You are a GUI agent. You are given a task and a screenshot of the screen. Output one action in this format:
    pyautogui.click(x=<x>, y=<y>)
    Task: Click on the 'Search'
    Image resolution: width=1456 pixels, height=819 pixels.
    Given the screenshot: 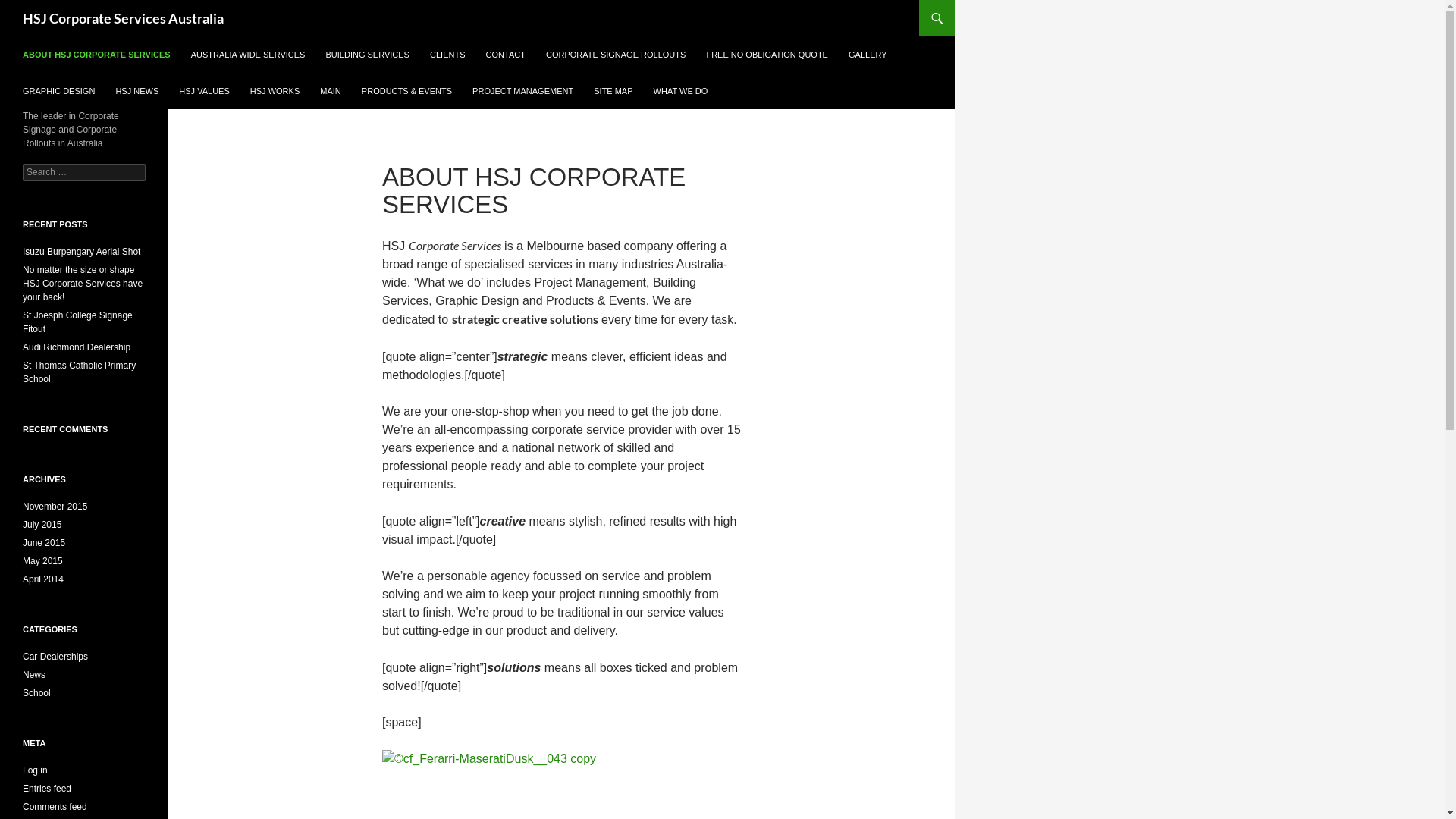 What is the action you would take?
    pyautogui.click(x=29, y=8)
    